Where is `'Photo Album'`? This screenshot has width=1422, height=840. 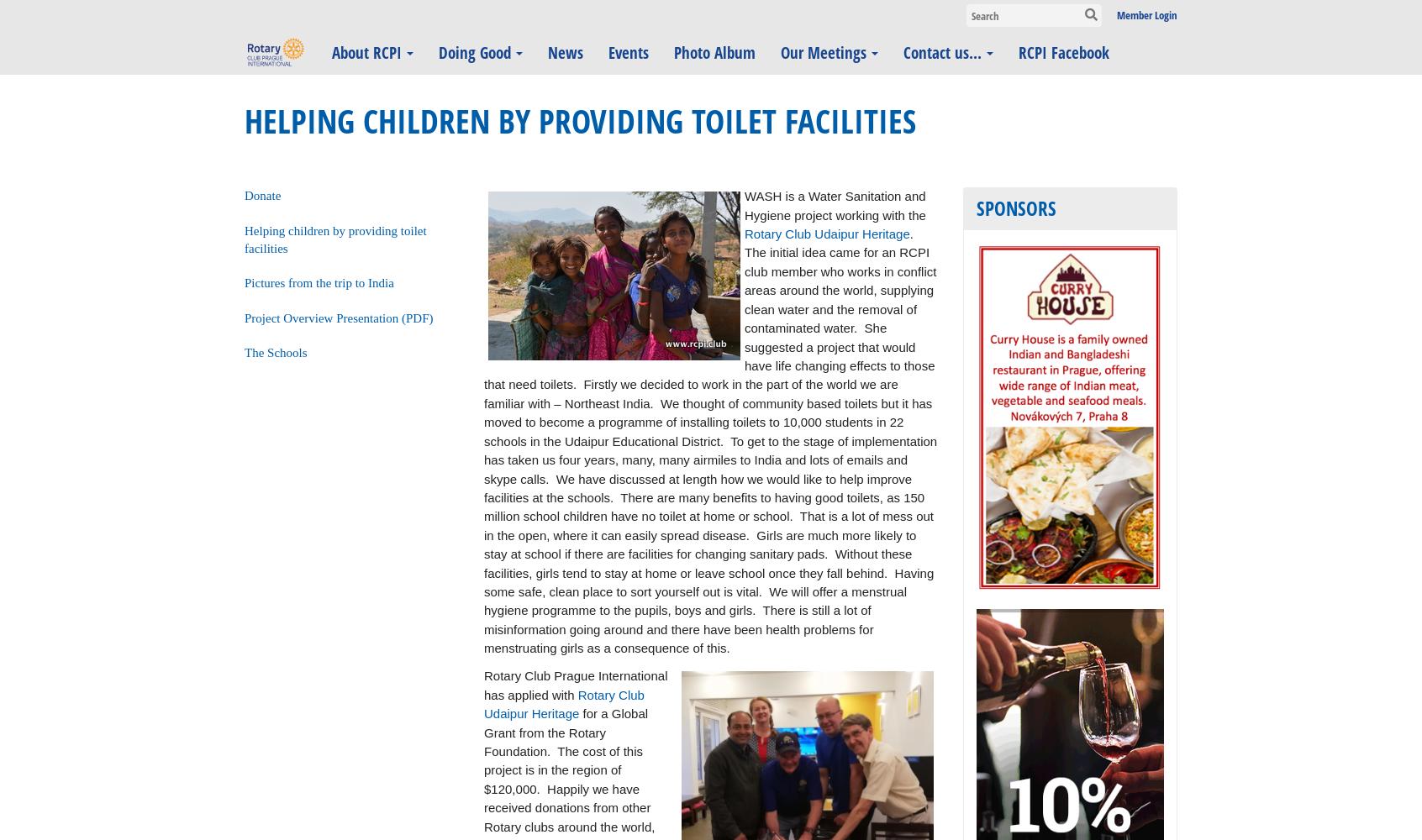
'Photo Album' is located at coordinates (674, 52).